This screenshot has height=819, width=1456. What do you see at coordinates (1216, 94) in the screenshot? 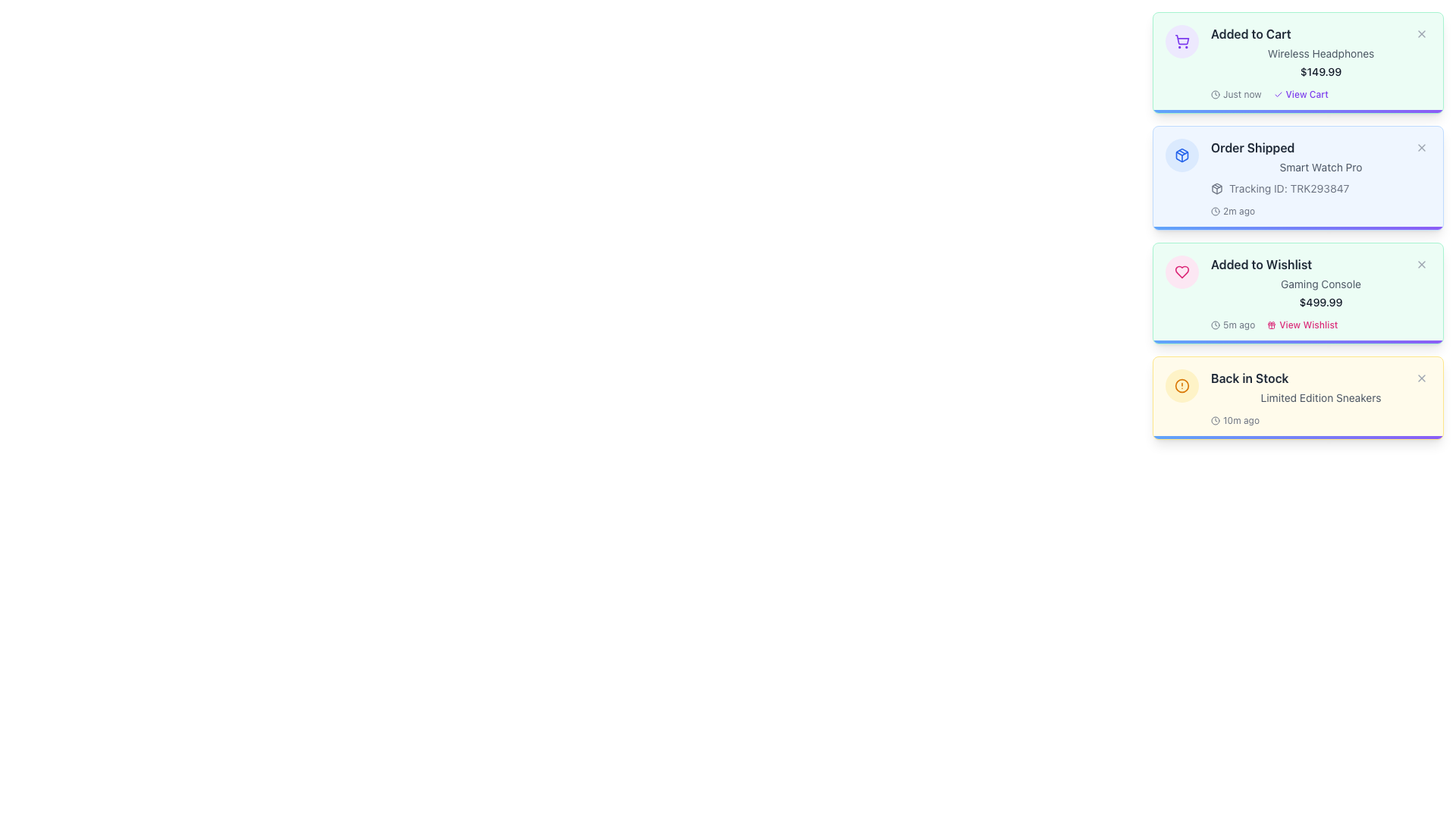
I see `the main circular component of the clock icon within the 'Added to Cart' notification card` at bounding box center [1216, 94].